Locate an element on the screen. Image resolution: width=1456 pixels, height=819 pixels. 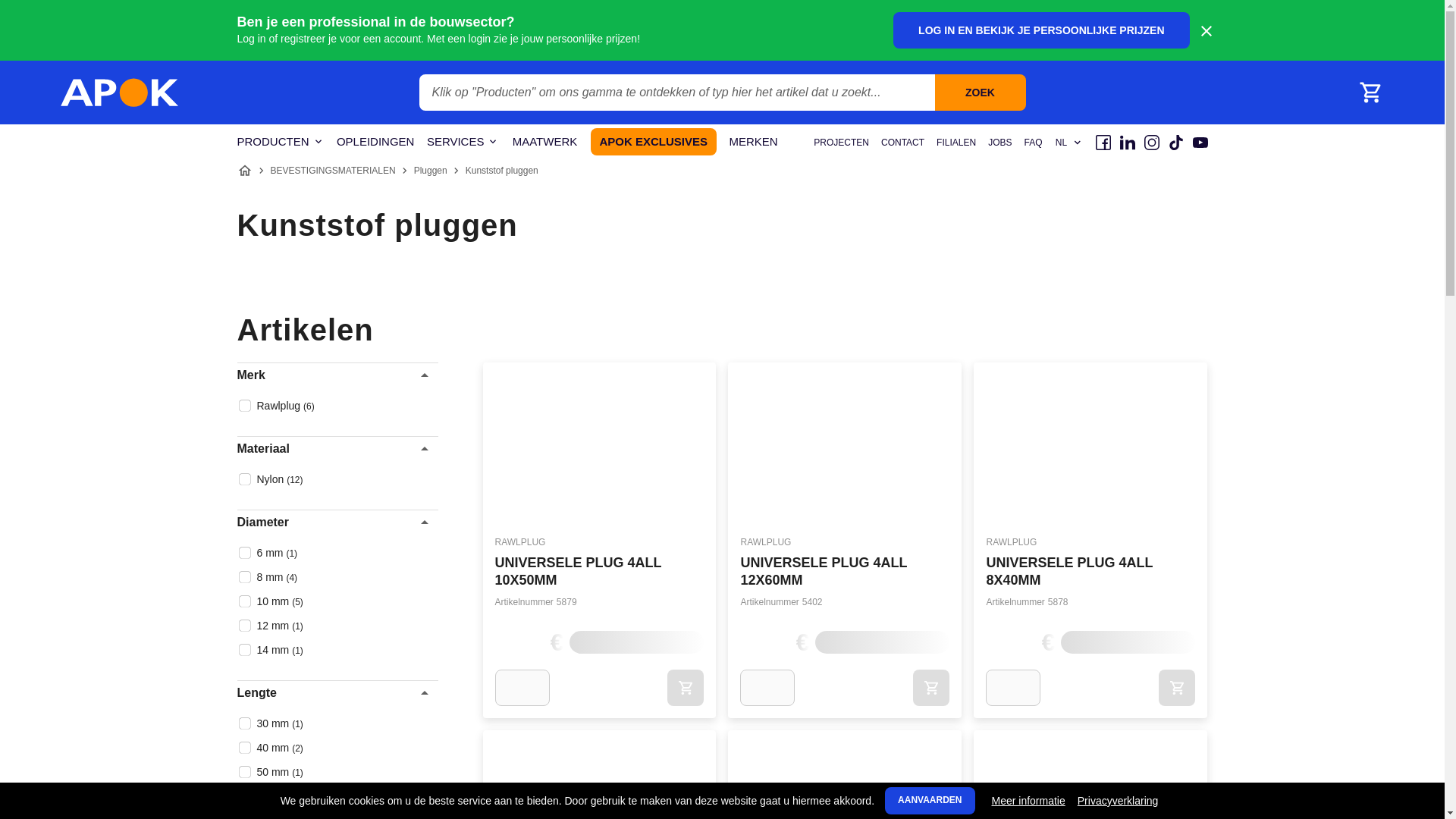
'APOK EXCLUSIVES' is located at coordinates (589, 141).